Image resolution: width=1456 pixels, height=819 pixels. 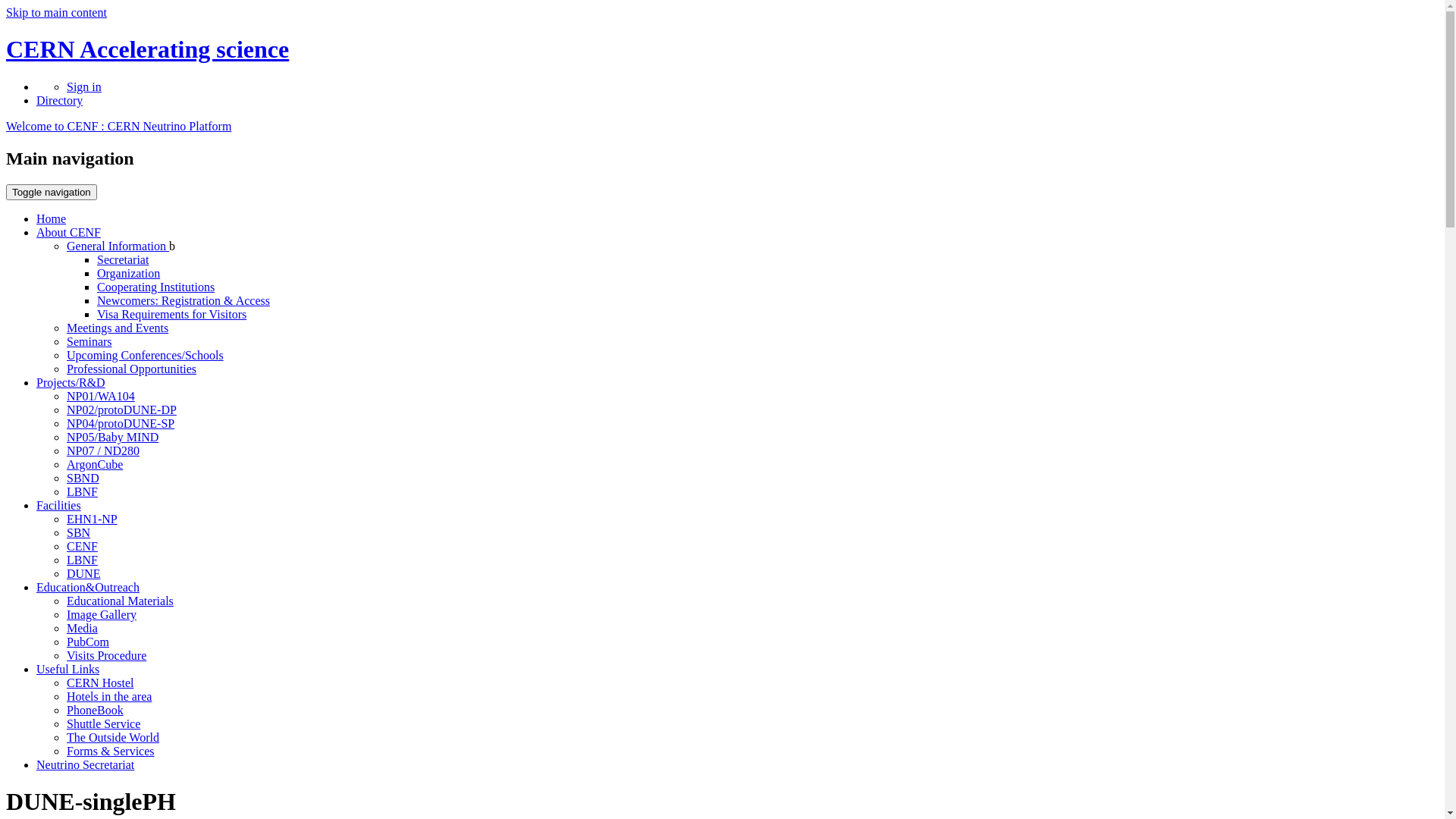 What do you see at coordinates (65, 86) in the screenshot?
I see `'Sign in'` at bounding box center [65, 86].